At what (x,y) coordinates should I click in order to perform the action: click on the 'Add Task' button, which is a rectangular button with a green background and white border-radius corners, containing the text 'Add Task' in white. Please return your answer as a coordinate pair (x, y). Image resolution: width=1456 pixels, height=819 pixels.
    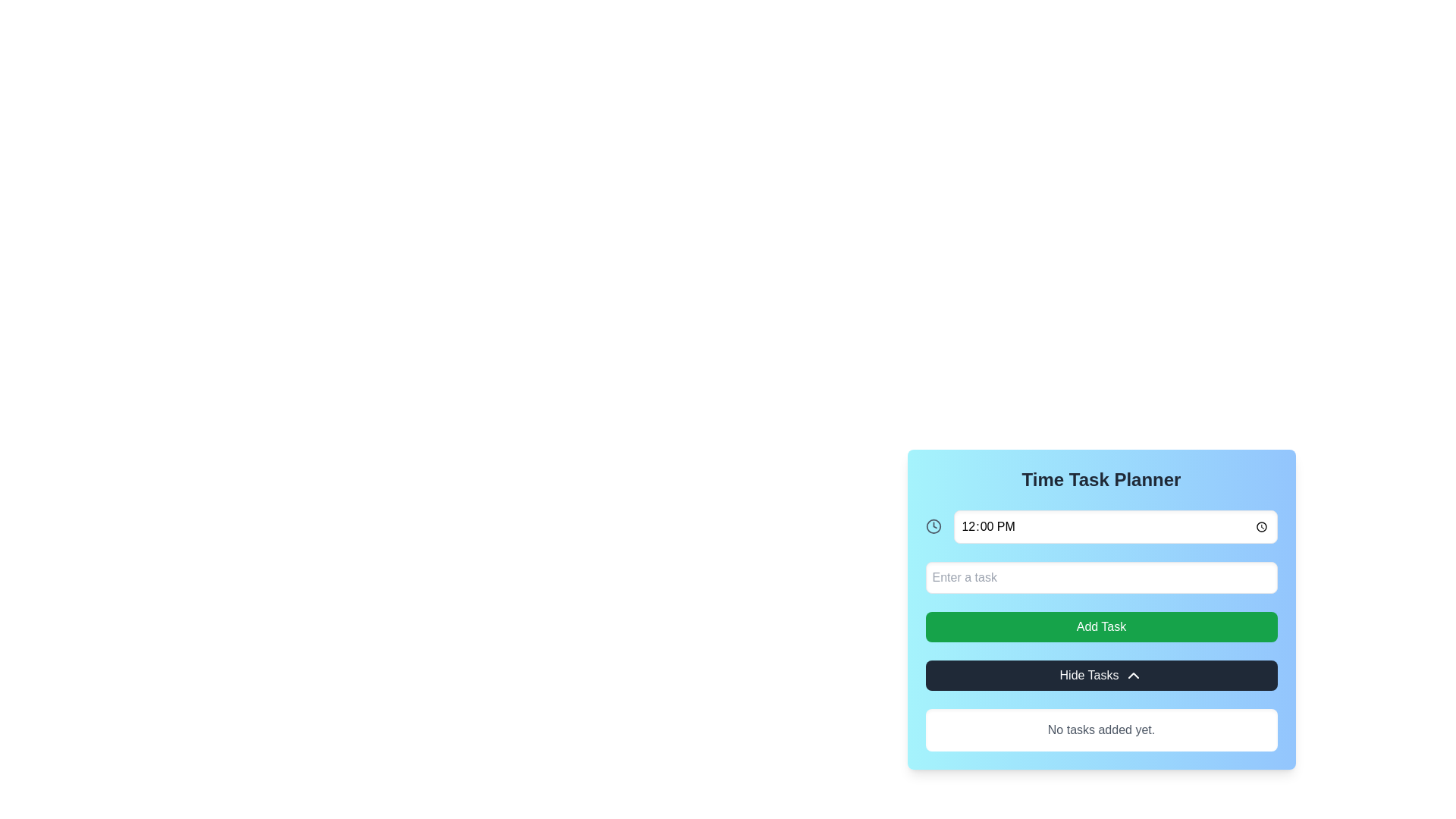
    Looking at the image, I should click on (1101, 608).